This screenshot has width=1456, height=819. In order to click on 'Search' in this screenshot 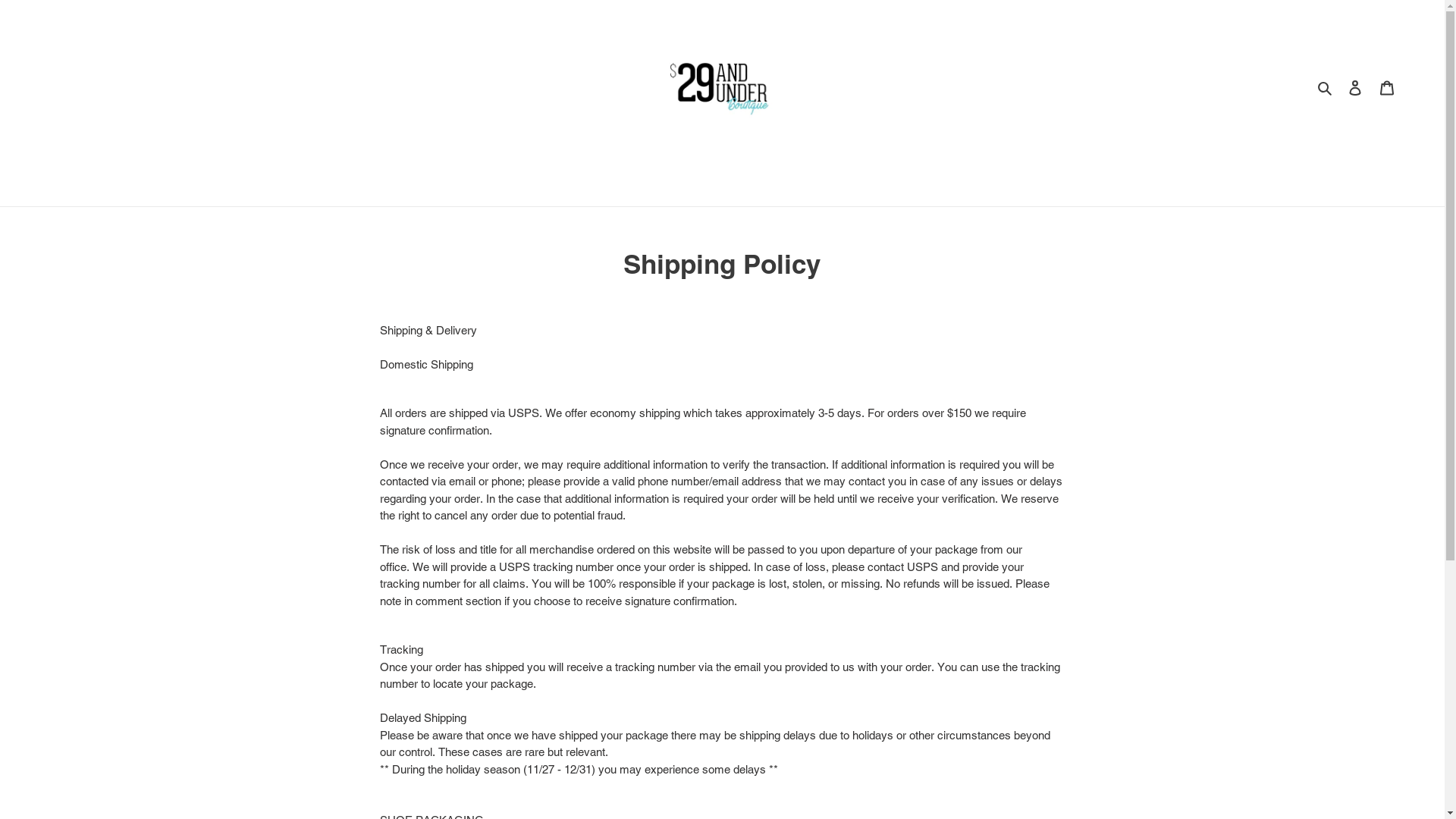, I will do `click(1325, 87)`.